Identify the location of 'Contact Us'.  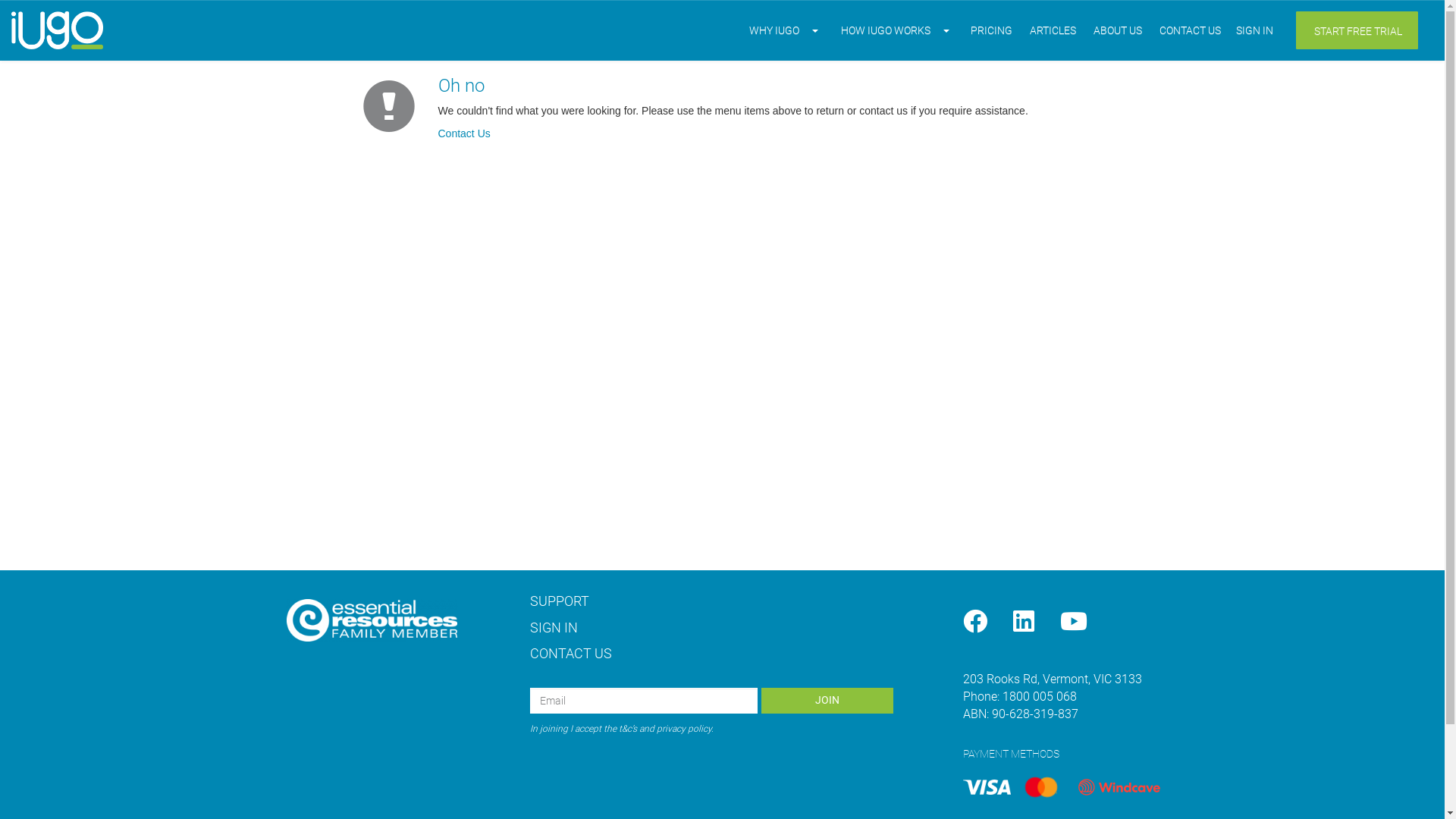
(463, 133).